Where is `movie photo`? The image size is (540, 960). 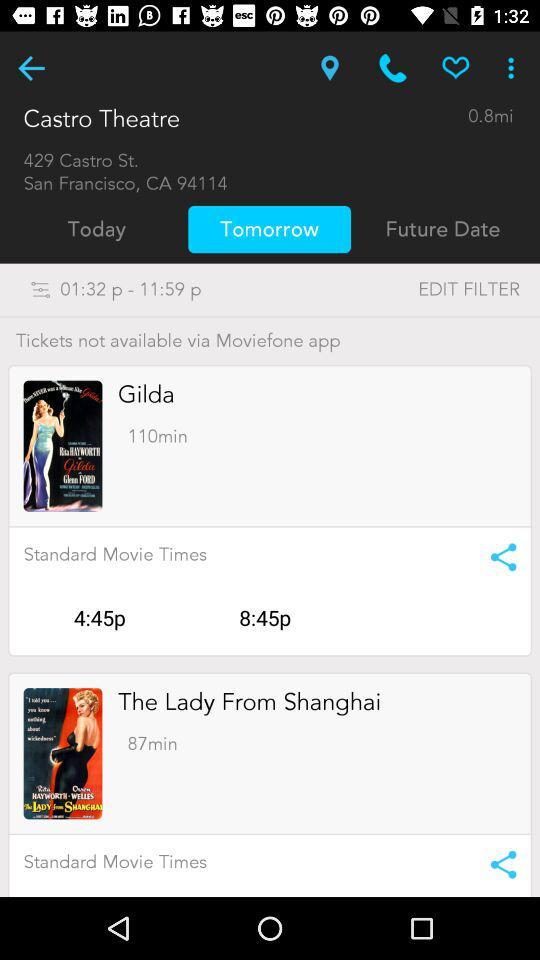 movie photo is located at coordinates (63, 752).